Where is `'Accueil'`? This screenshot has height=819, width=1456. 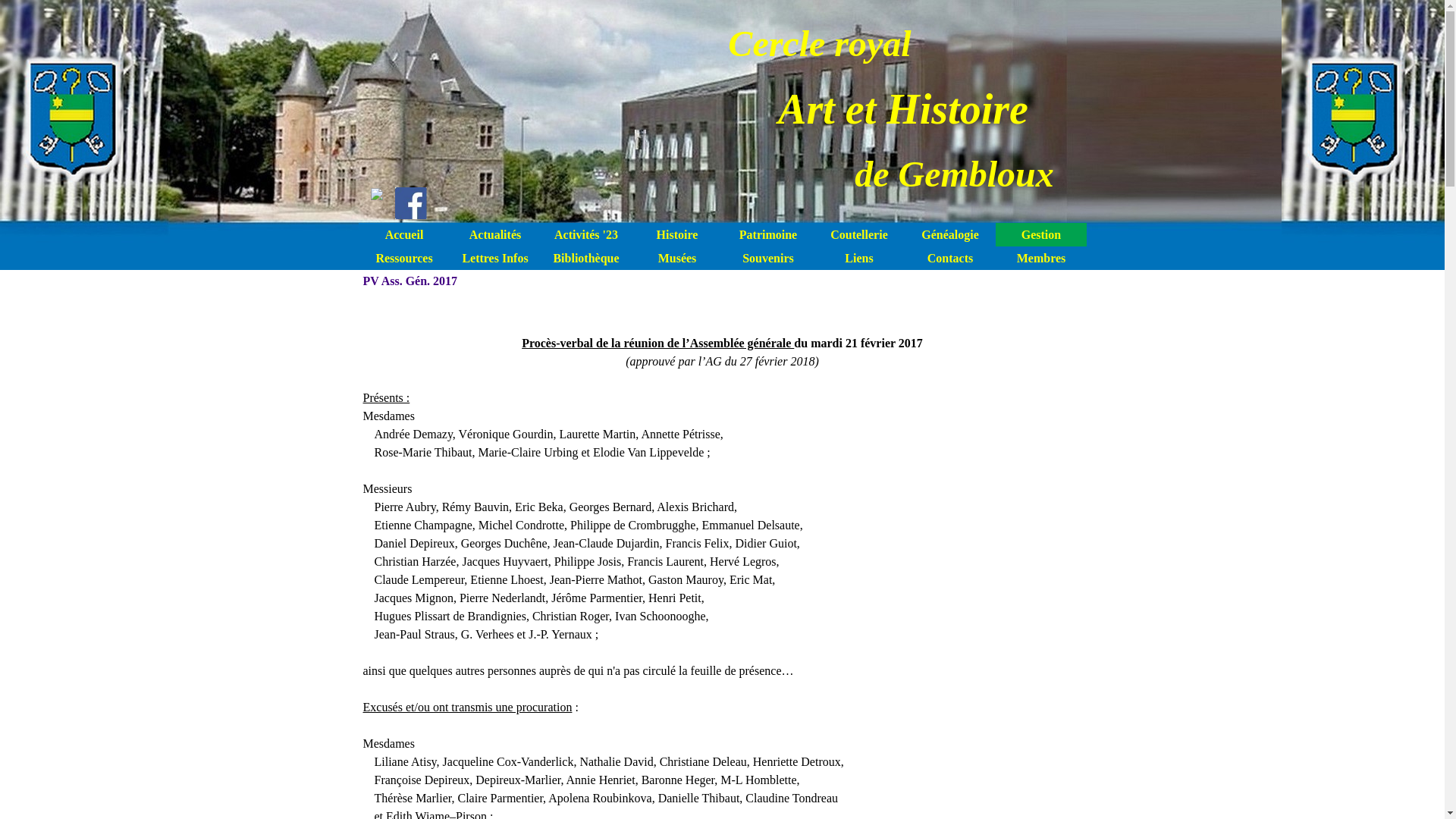 'Accueil' is located at coordinates (359, 234).